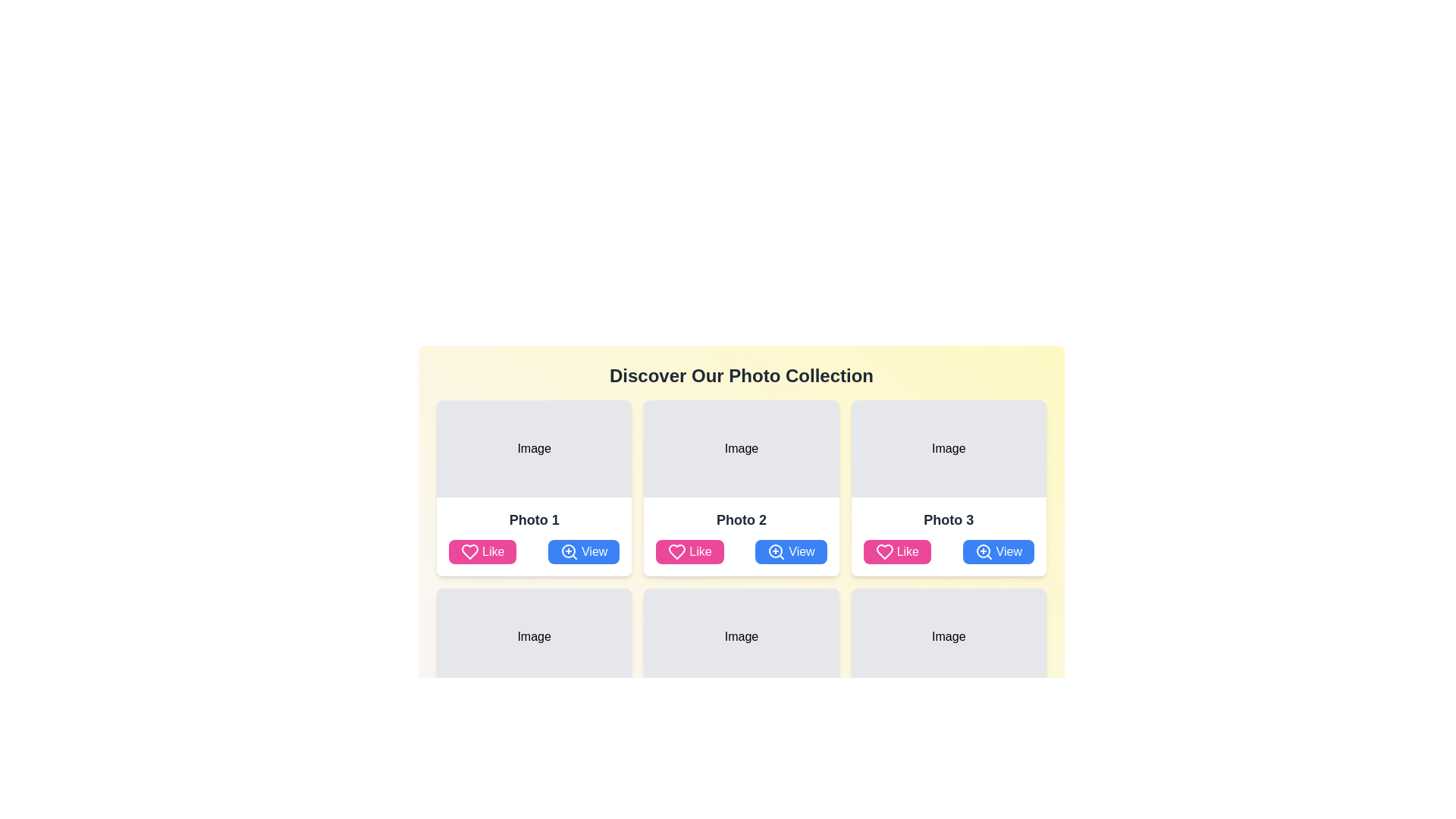  What do you see at coordinates (534, 447) in the screenshot?
I see `the Image Placeholder, which is a rectangular area with a light gray background and a centered text label that says 'Image'` at bounding box center [534, 447].